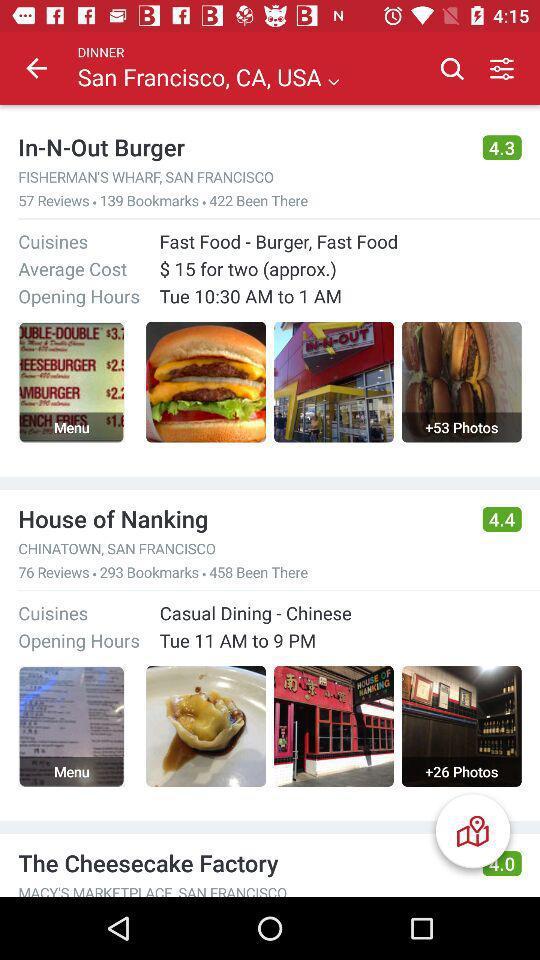  What do you see at coordinates (36, 68) in the screenshot?
I see `item next to the dinner` at bounding box center [36, 68].